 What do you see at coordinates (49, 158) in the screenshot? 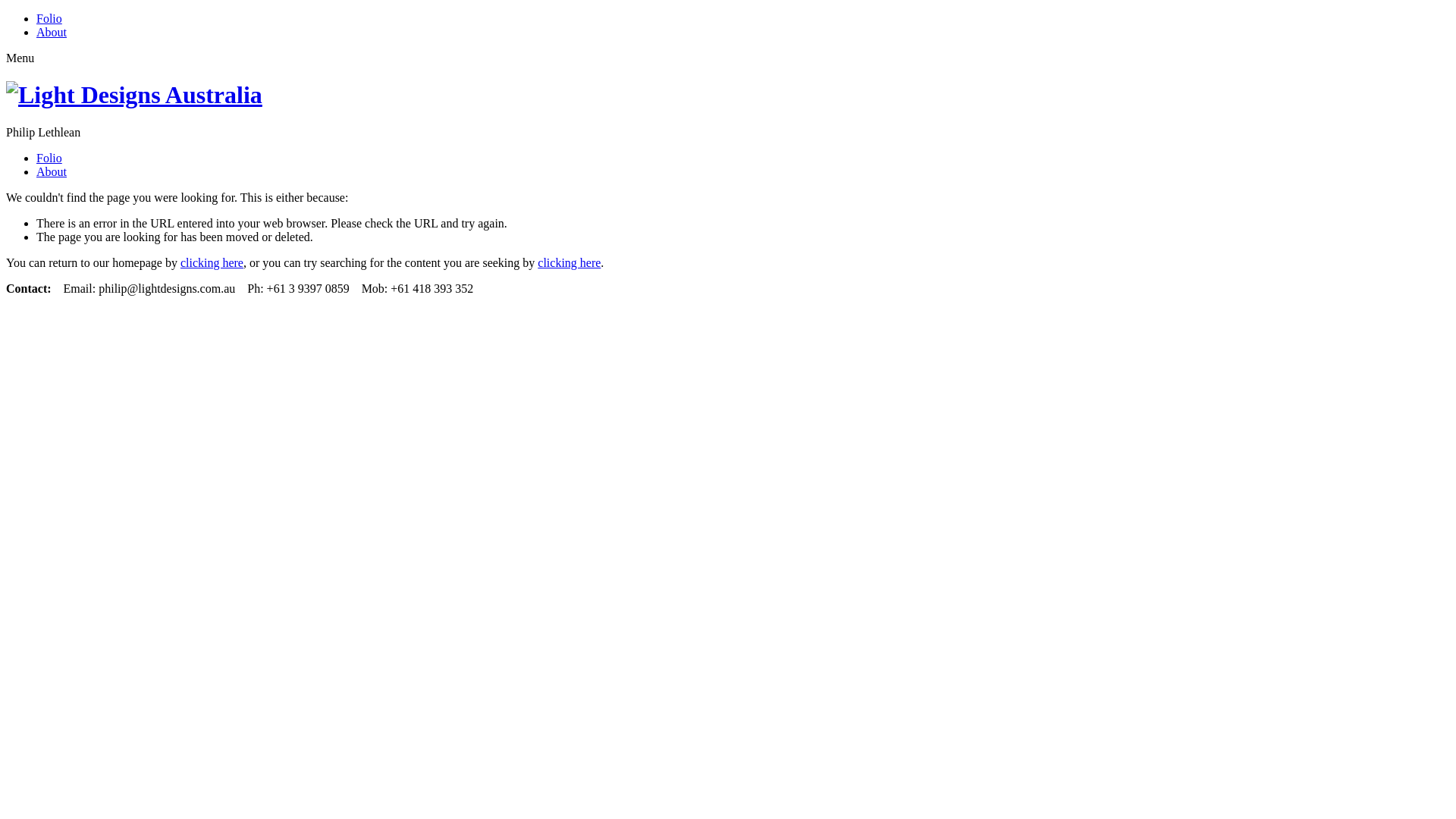
I see `'Folio'` at bounding box center [49, 158].